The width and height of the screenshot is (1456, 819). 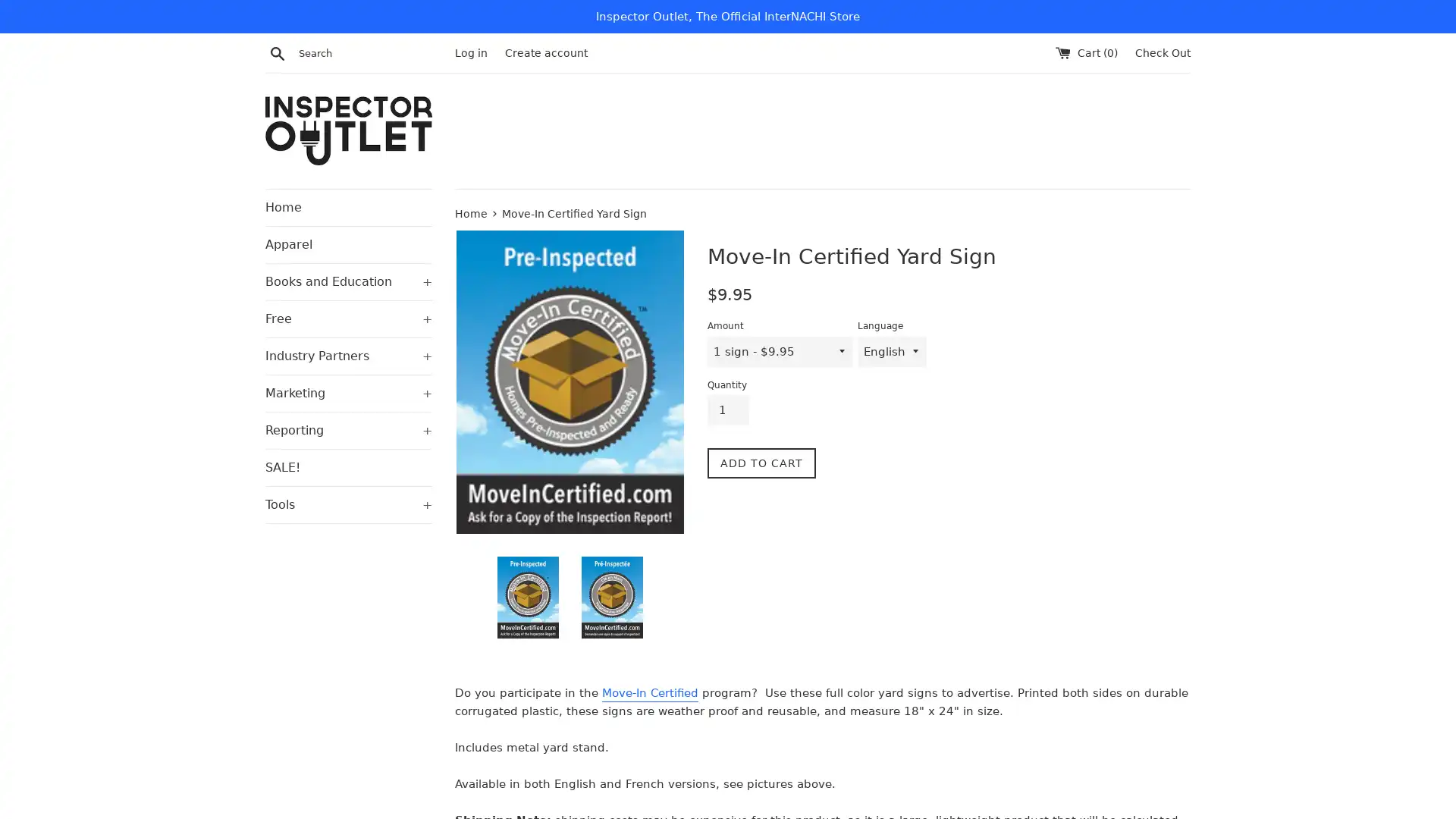 I want to click on Marketing +, so click(x=348, y=391).